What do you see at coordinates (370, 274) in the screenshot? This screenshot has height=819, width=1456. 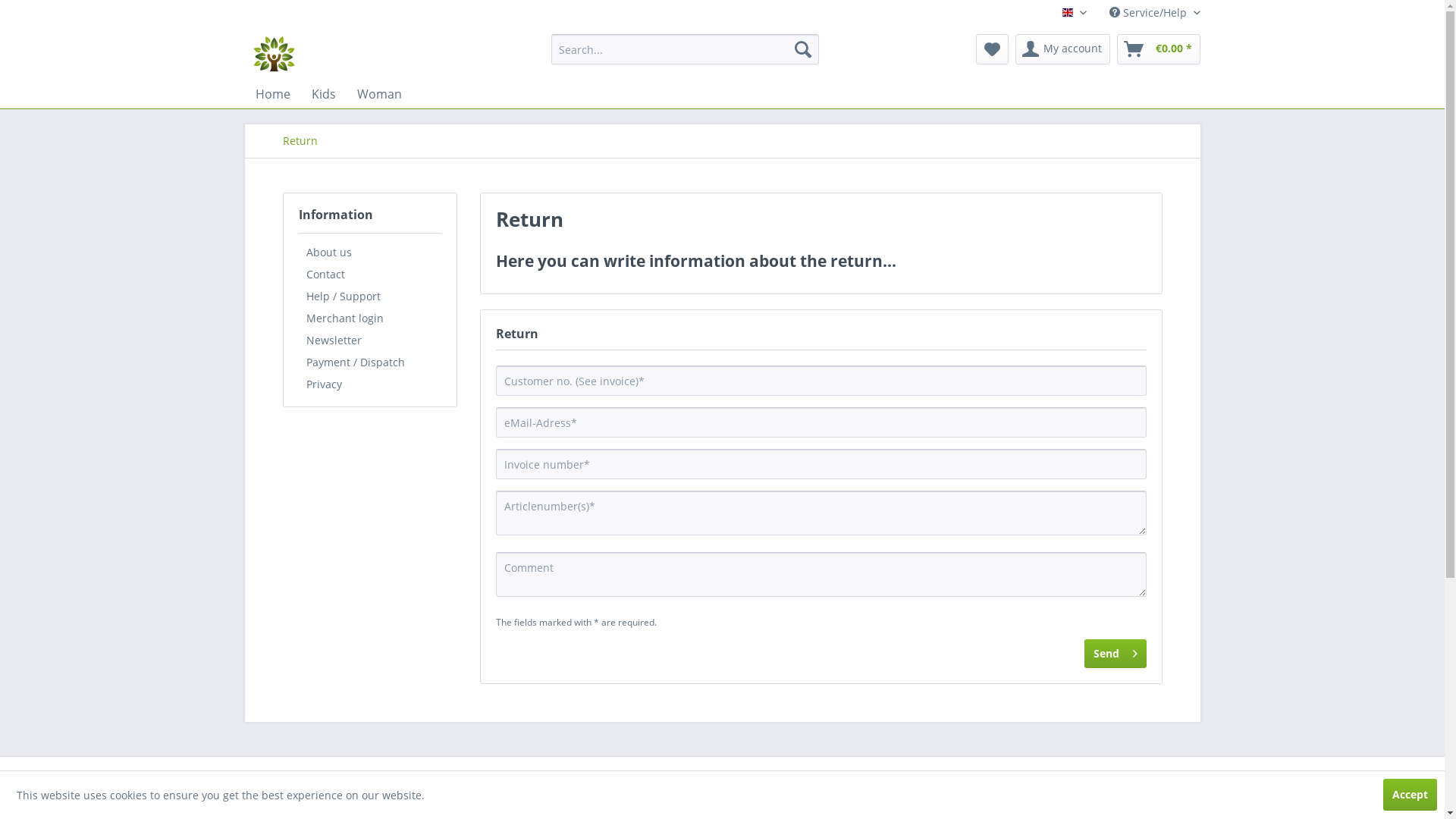 I see `'Contact'` at bounding box center [370, 274].